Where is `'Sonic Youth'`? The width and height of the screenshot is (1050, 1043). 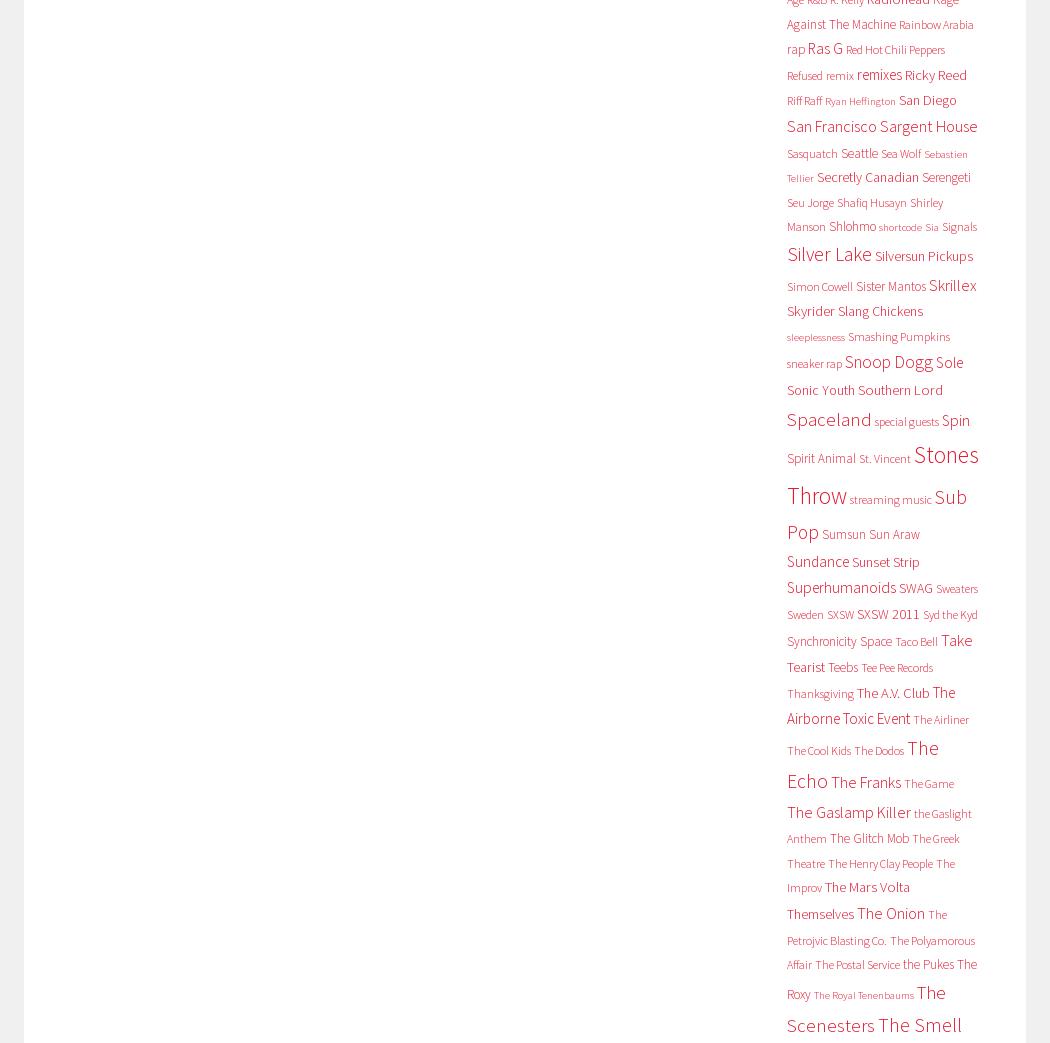 'Sonic Youth' is located at coordinates (819, 389).